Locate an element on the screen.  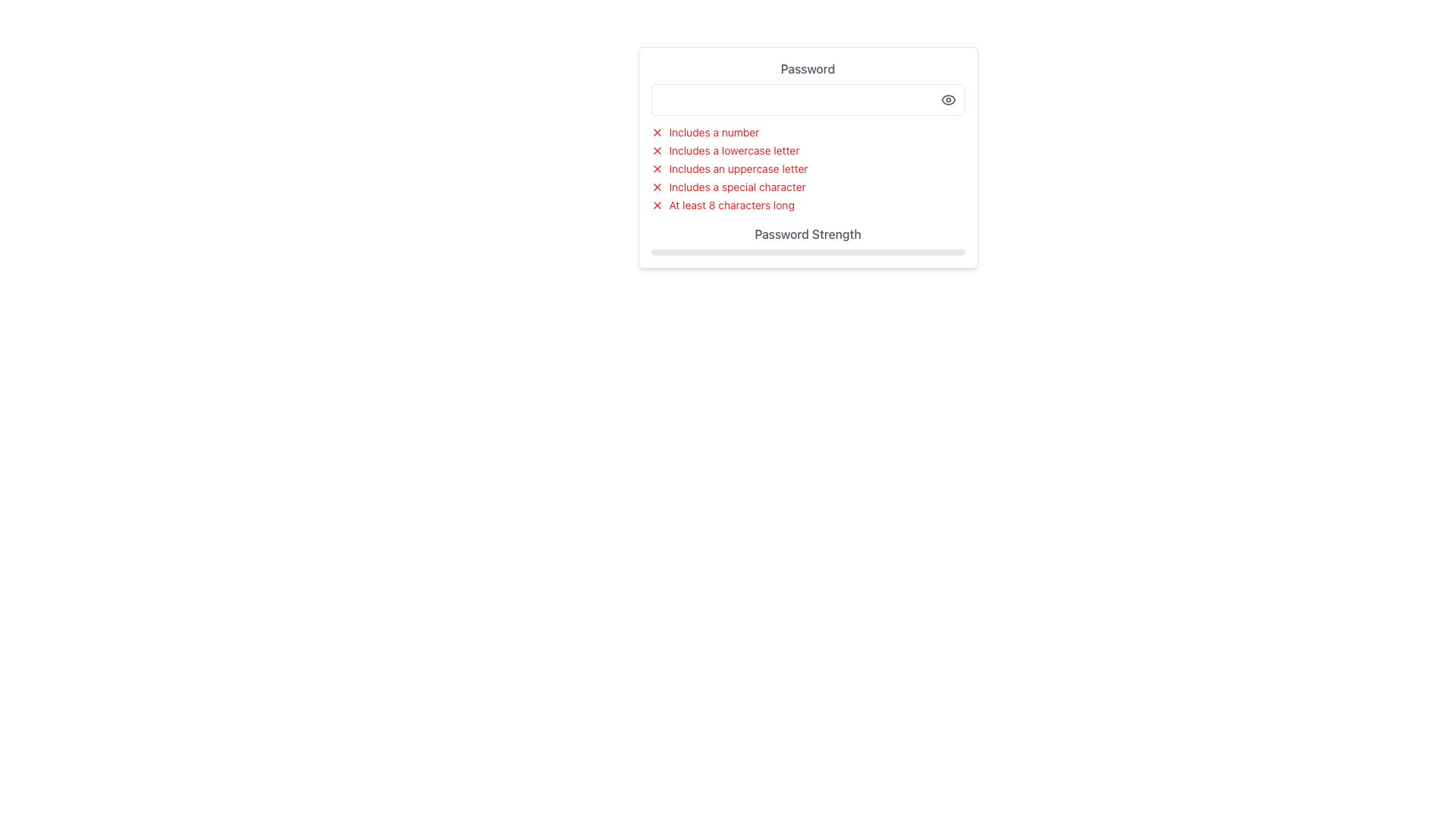
the Icon indicator that shows the unmet status for the password requirement 'Includes an uppercase letter' is located at coordinates (657, 169).